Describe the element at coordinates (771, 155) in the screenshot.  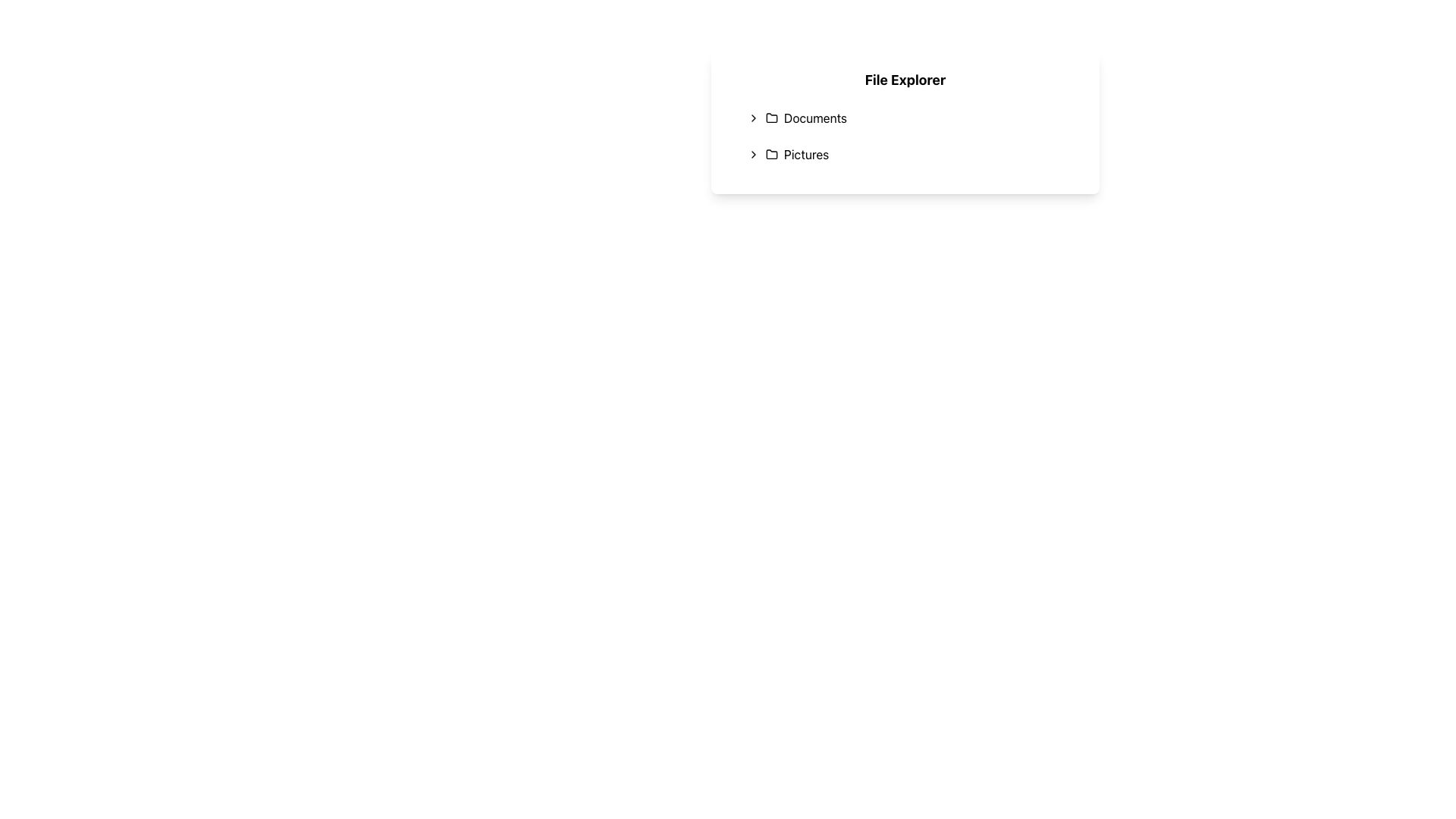
I see `the folder icon representing the 'Pictures' directory` at that location.